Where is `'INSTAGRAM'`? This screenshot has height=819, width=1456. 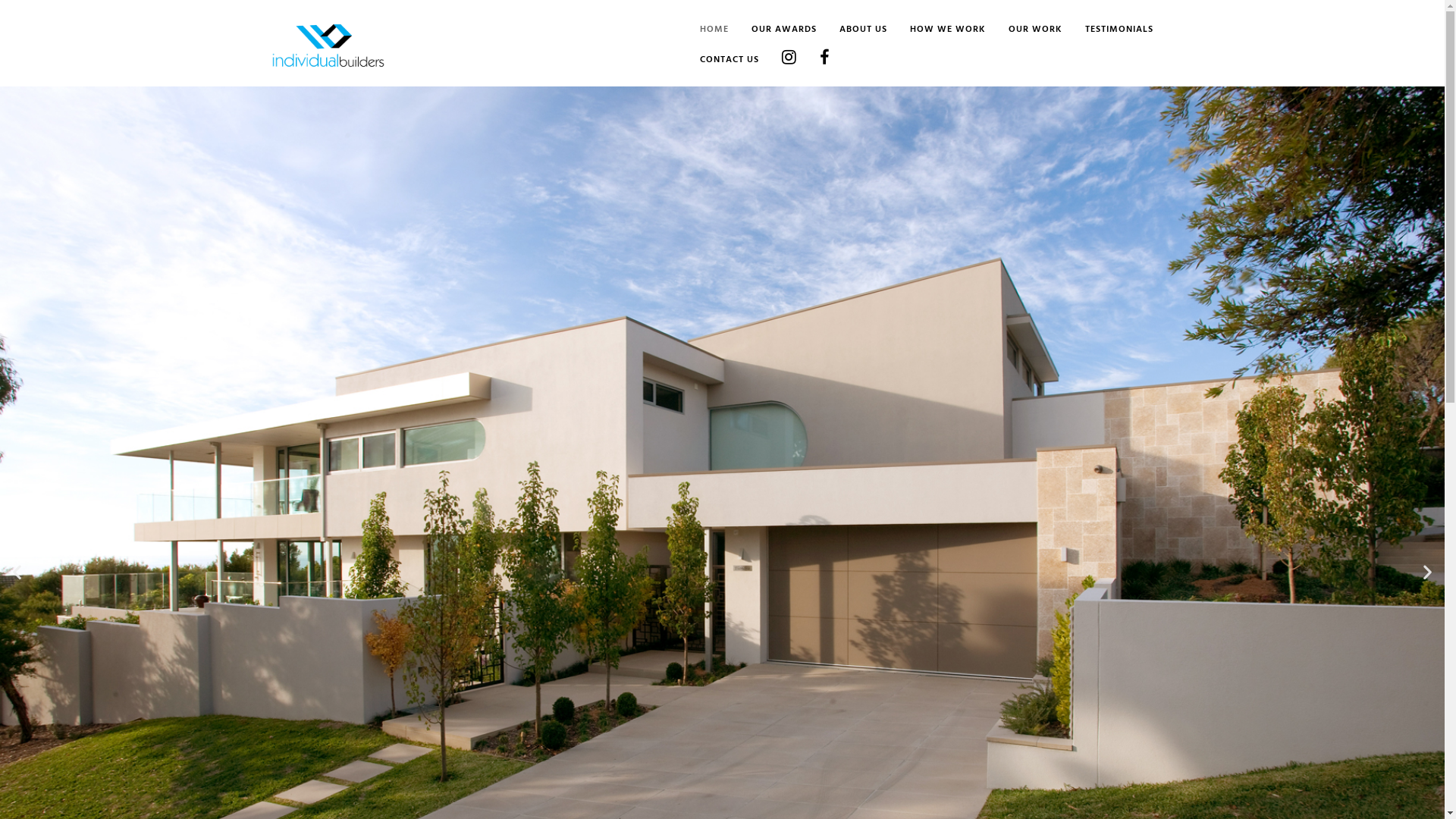
'INSTAGRAM' is located at coordinates (777, 60).